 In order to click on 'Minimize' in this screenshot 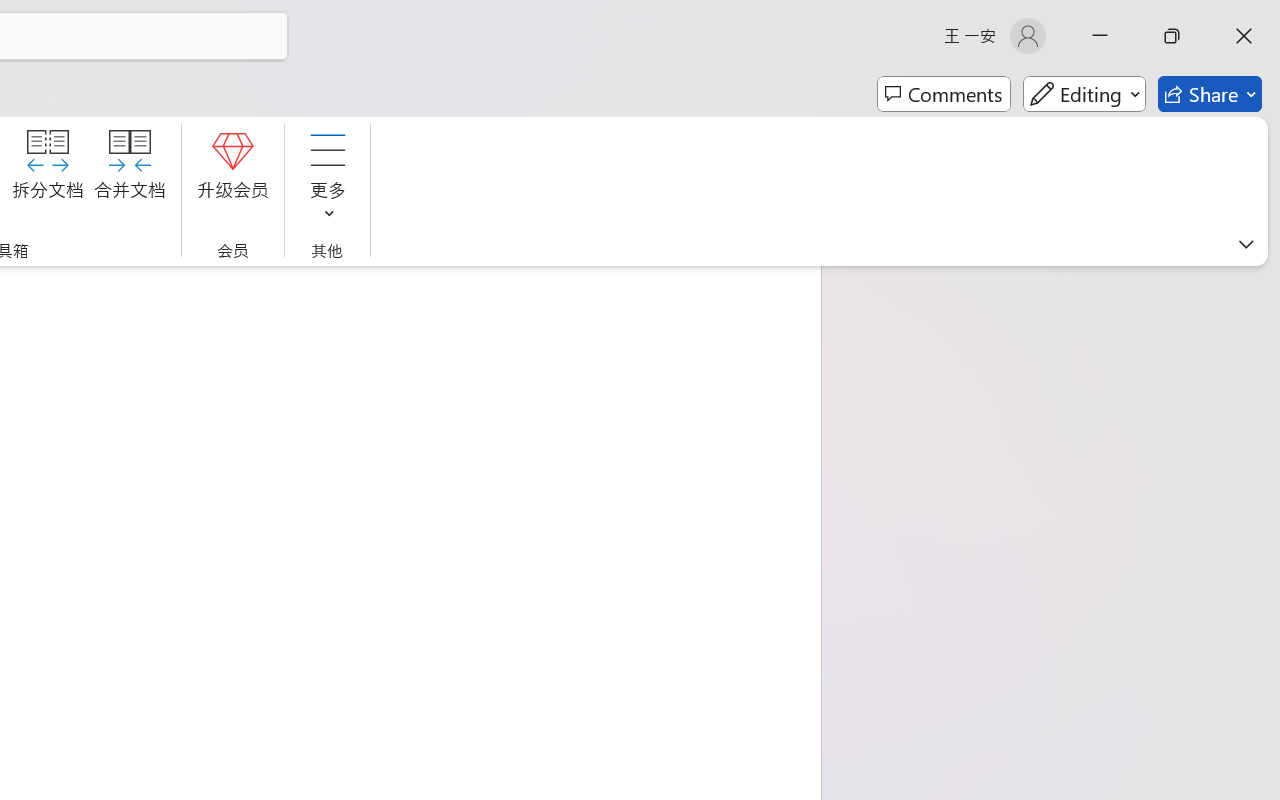, I will do `click(1099, 35)`.